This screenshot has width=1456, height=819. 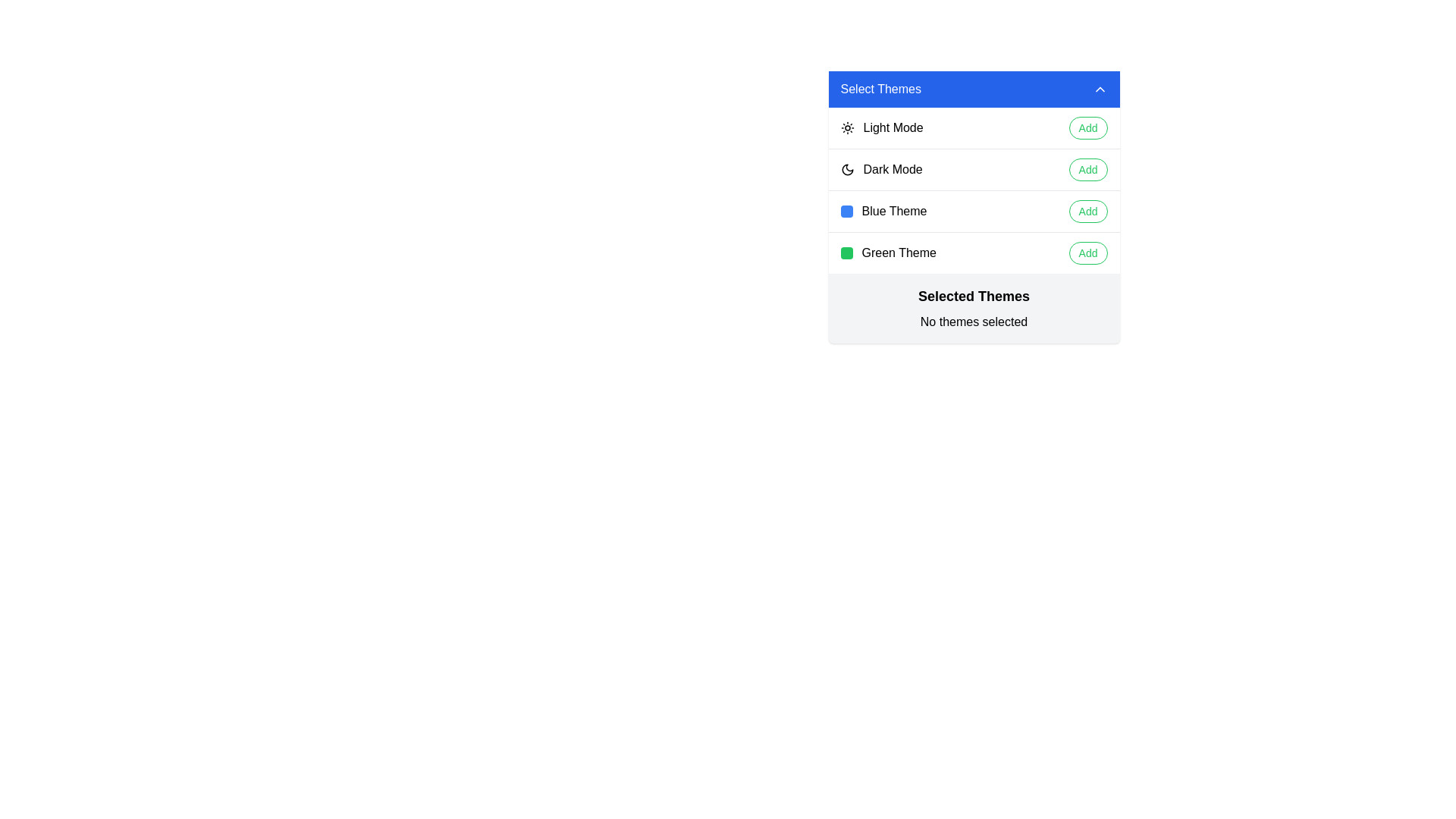 What do you see at coordinates (974, 321) in the screenshot?
I see `the text label that reads 'No themes selected', which is positioned centrally below the 'Selected Themes' heading` at bounding box center [974, 321].